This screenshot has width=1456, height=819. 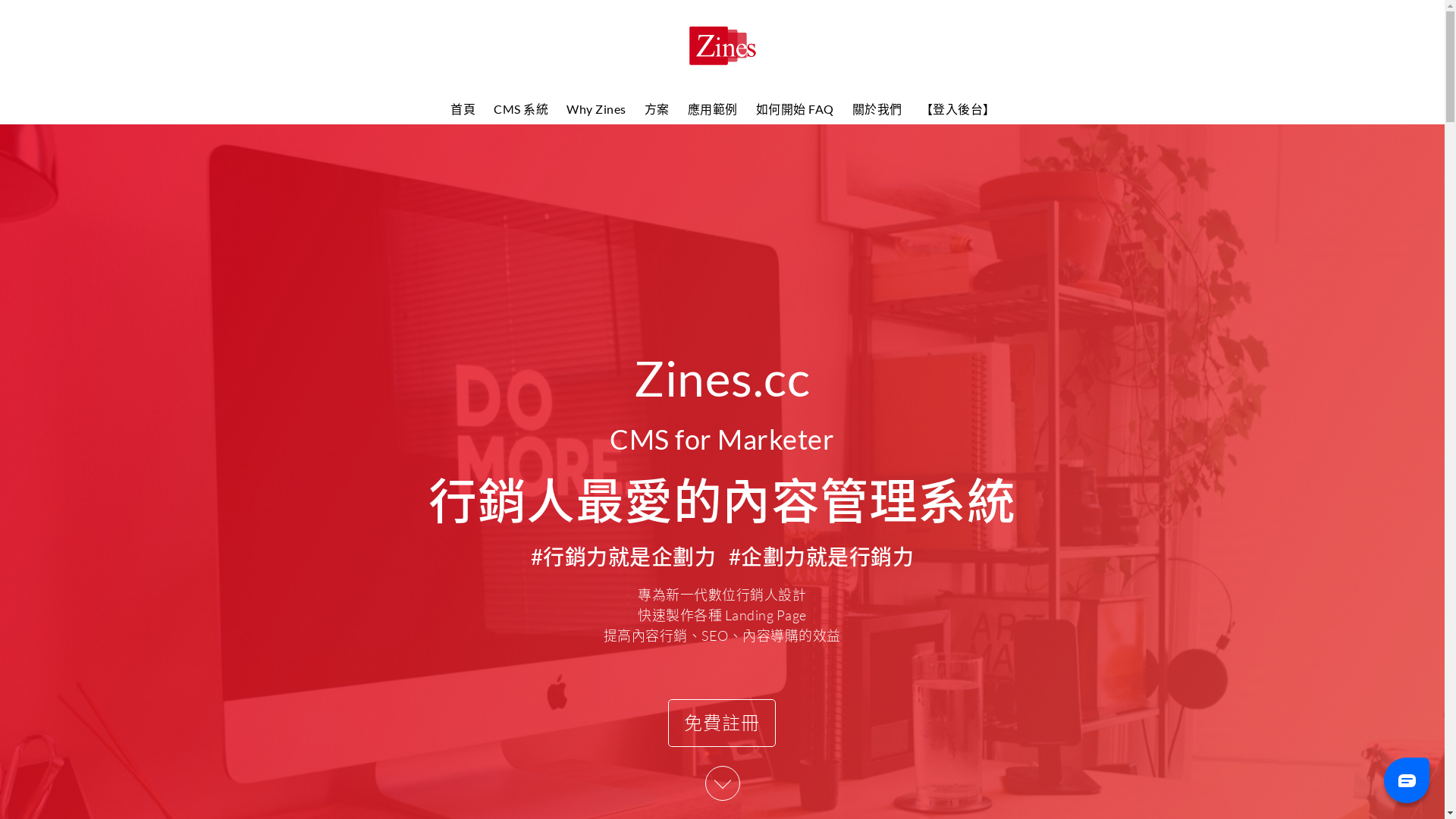 What do you see at coordinates (1405, 779) in the screenshot?
I see `'Chat'` at bounding box center [1405, 779].